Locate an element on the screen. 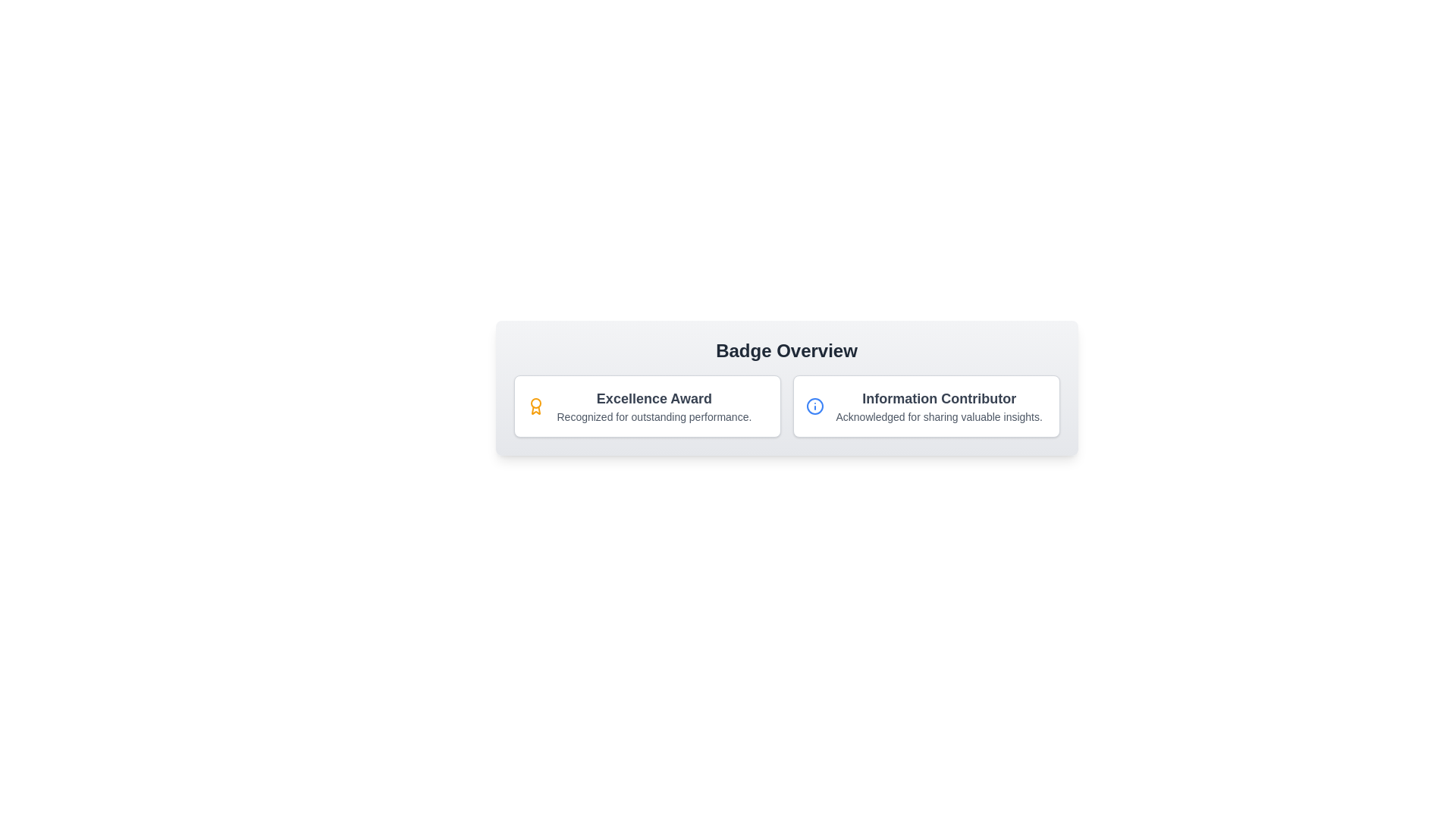 The image size is (1456, 819). the 'Excellence Award' badge display element, which features a golden award icon and two lines of text is located at coordinates (647, 406).